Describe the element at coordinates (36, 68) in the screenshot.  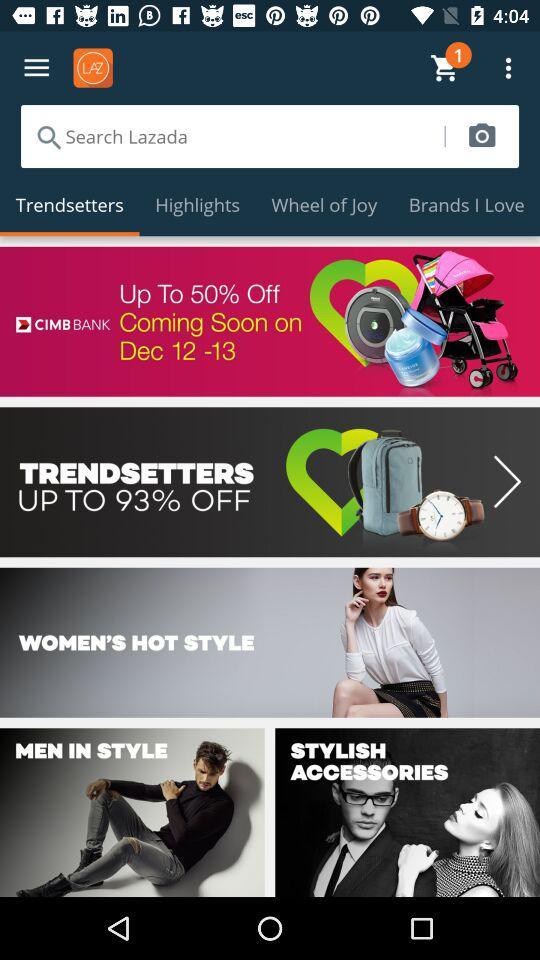
I see `menu` at that location.